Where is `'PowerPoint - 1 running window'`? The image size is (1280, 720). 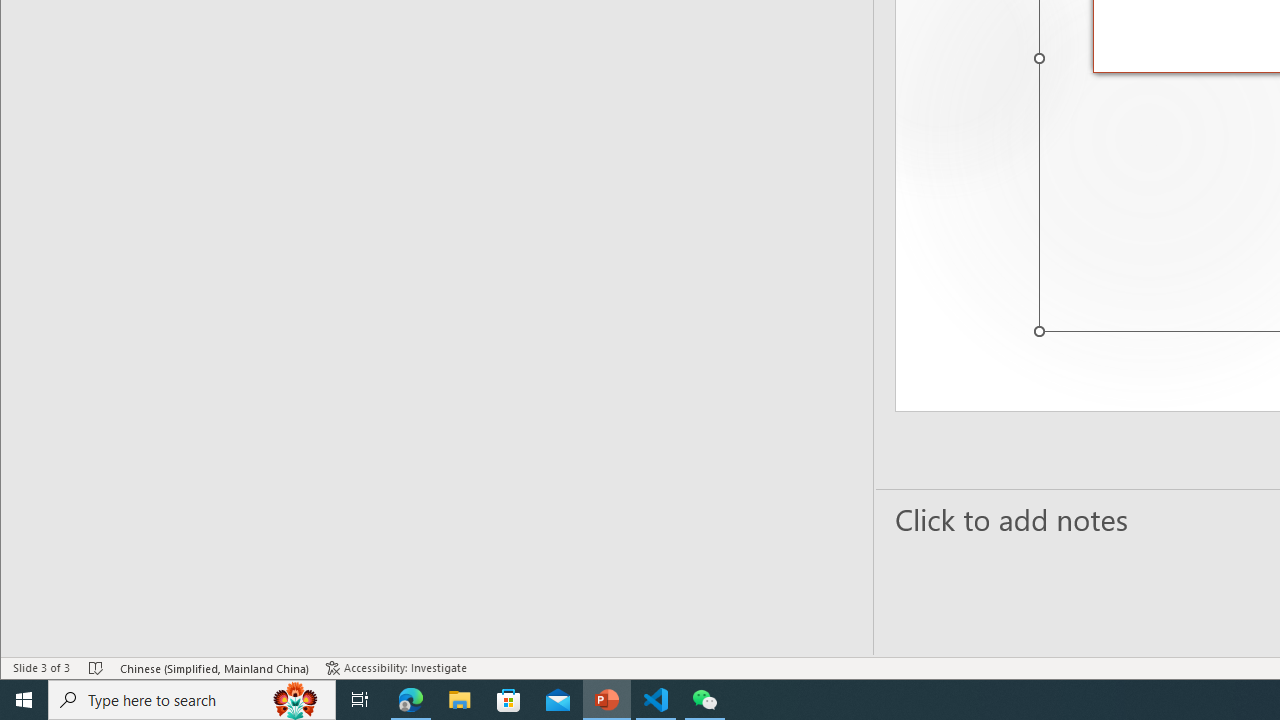
'PowerPoint - 1 running window' is located at coordinates (606, 698).